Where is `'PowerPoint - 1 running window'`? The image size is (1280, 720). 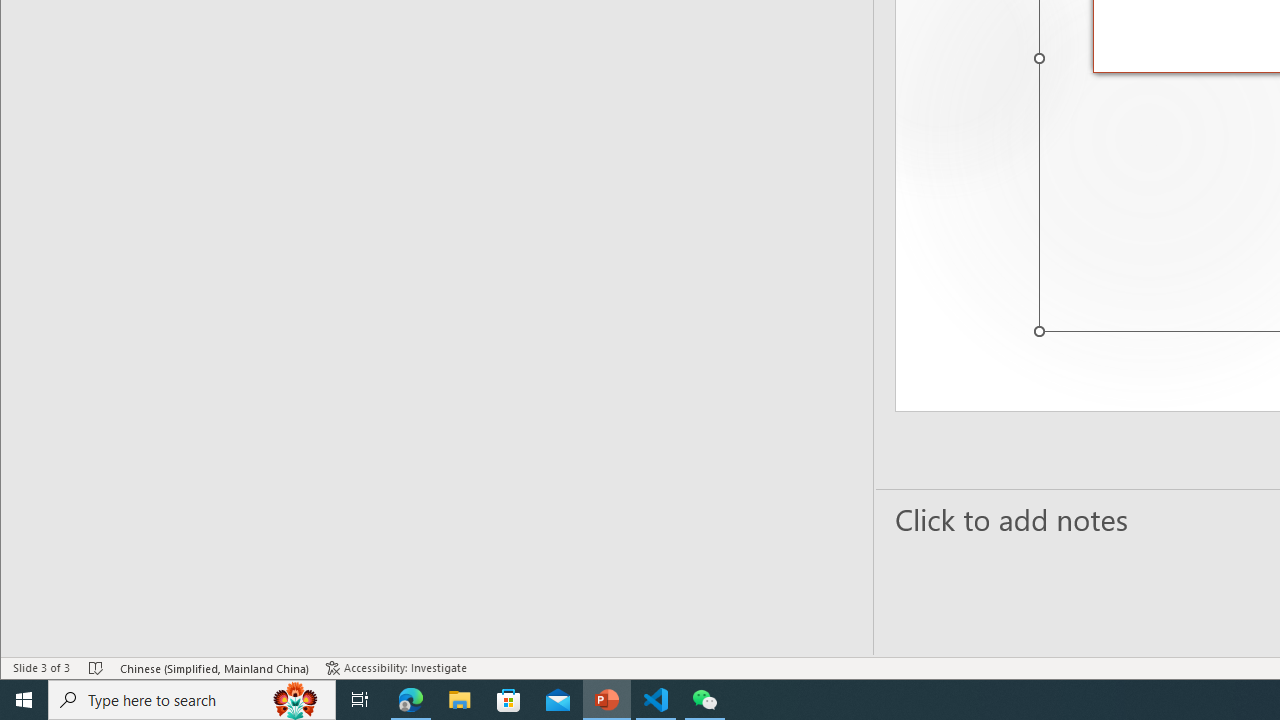
'PowerPoint - 1 running window' is located at coordinates (606, 698).